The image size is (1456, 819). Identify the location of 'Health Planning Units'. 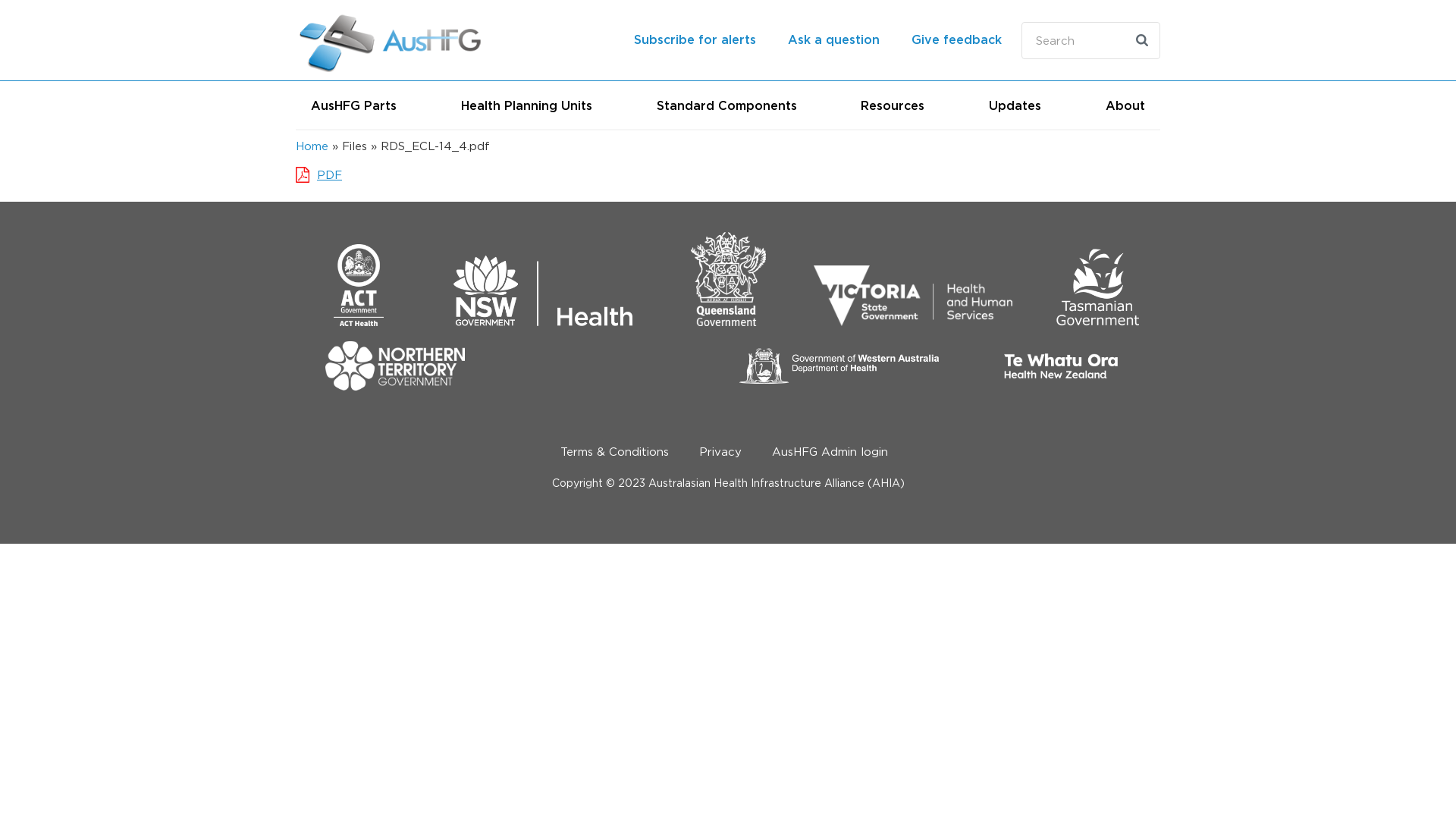
(445, 105).